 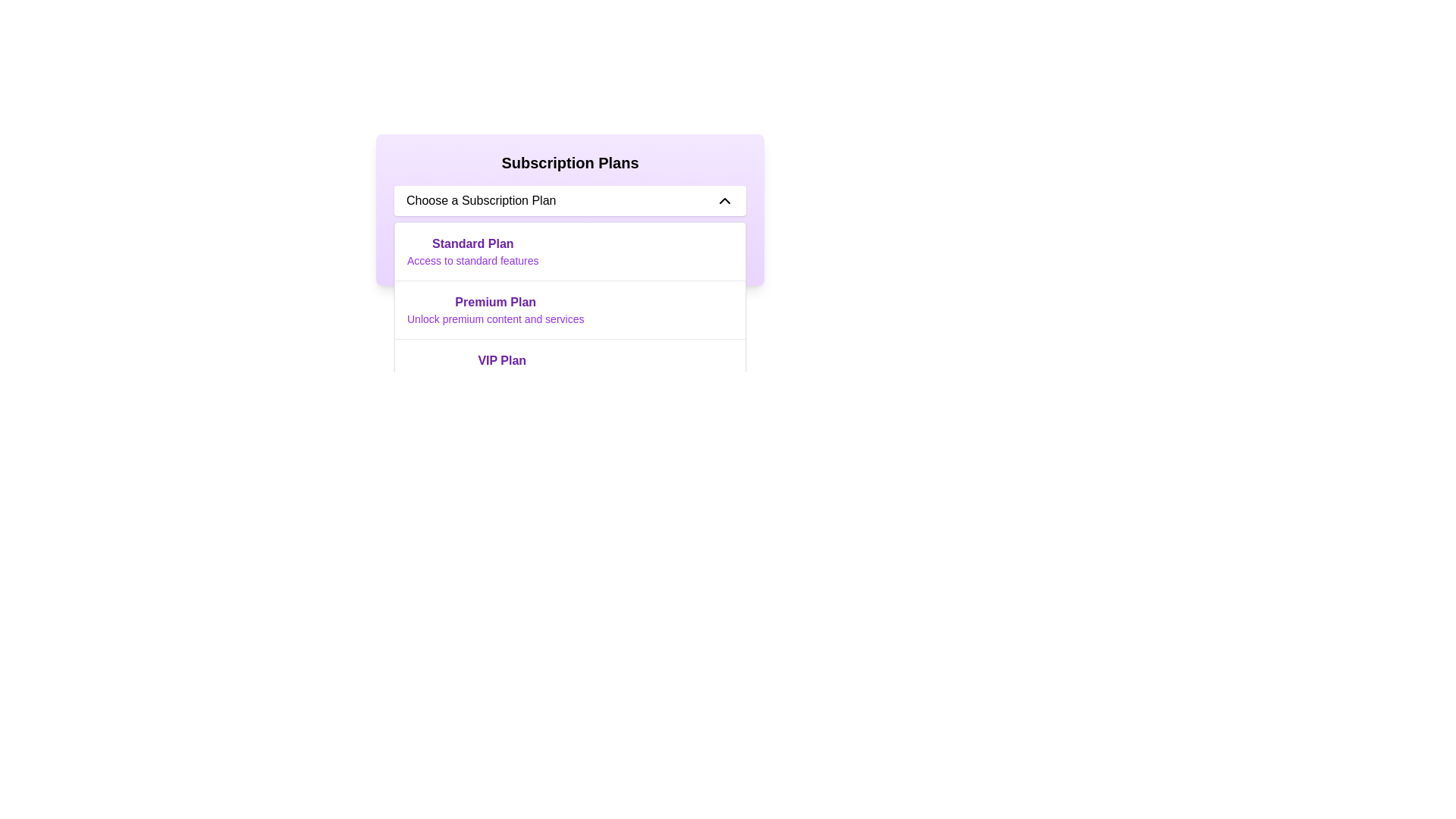 What do you see at coordinates (723, 200) in the screenshot?
I see `the chevron-shaped icon resembling an upward arrow` at bounding box center [723, 200].